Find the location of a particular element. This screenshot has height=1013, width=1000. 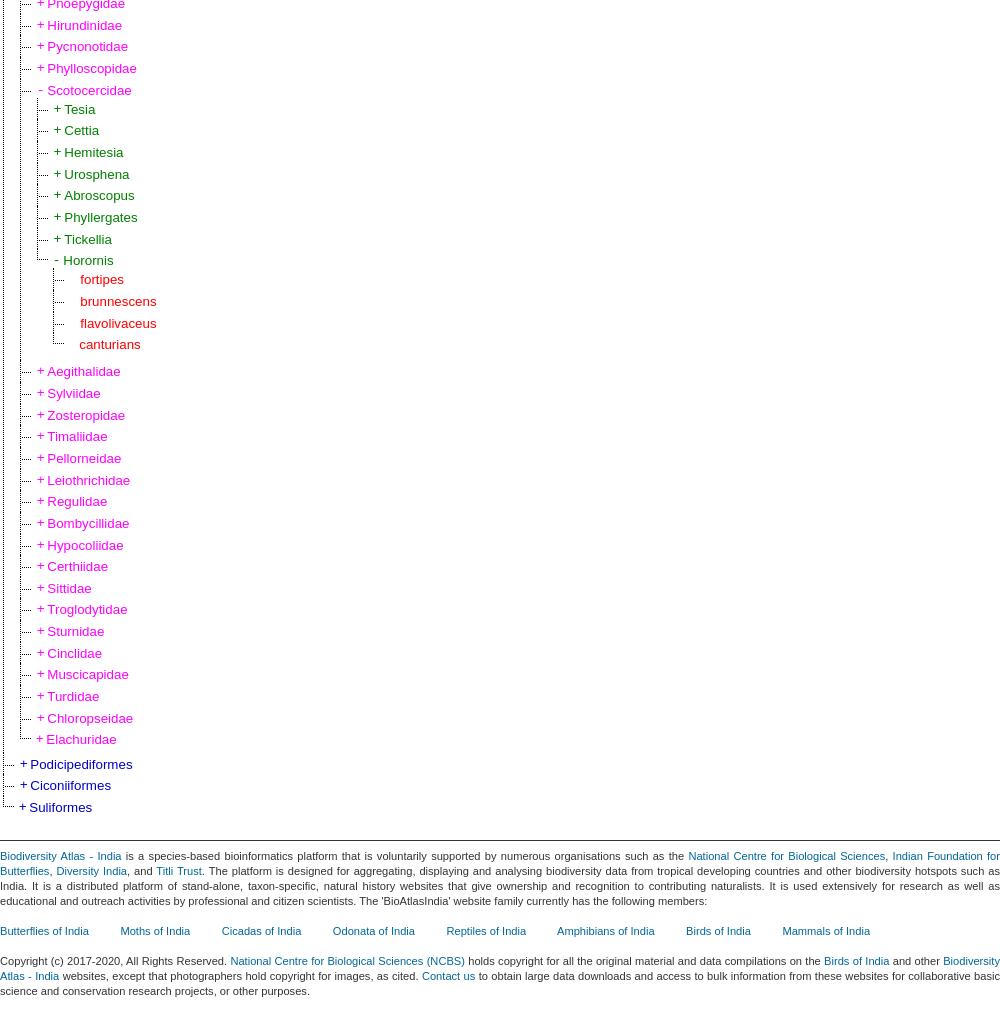

', and' is located at coordinates (141, 869).